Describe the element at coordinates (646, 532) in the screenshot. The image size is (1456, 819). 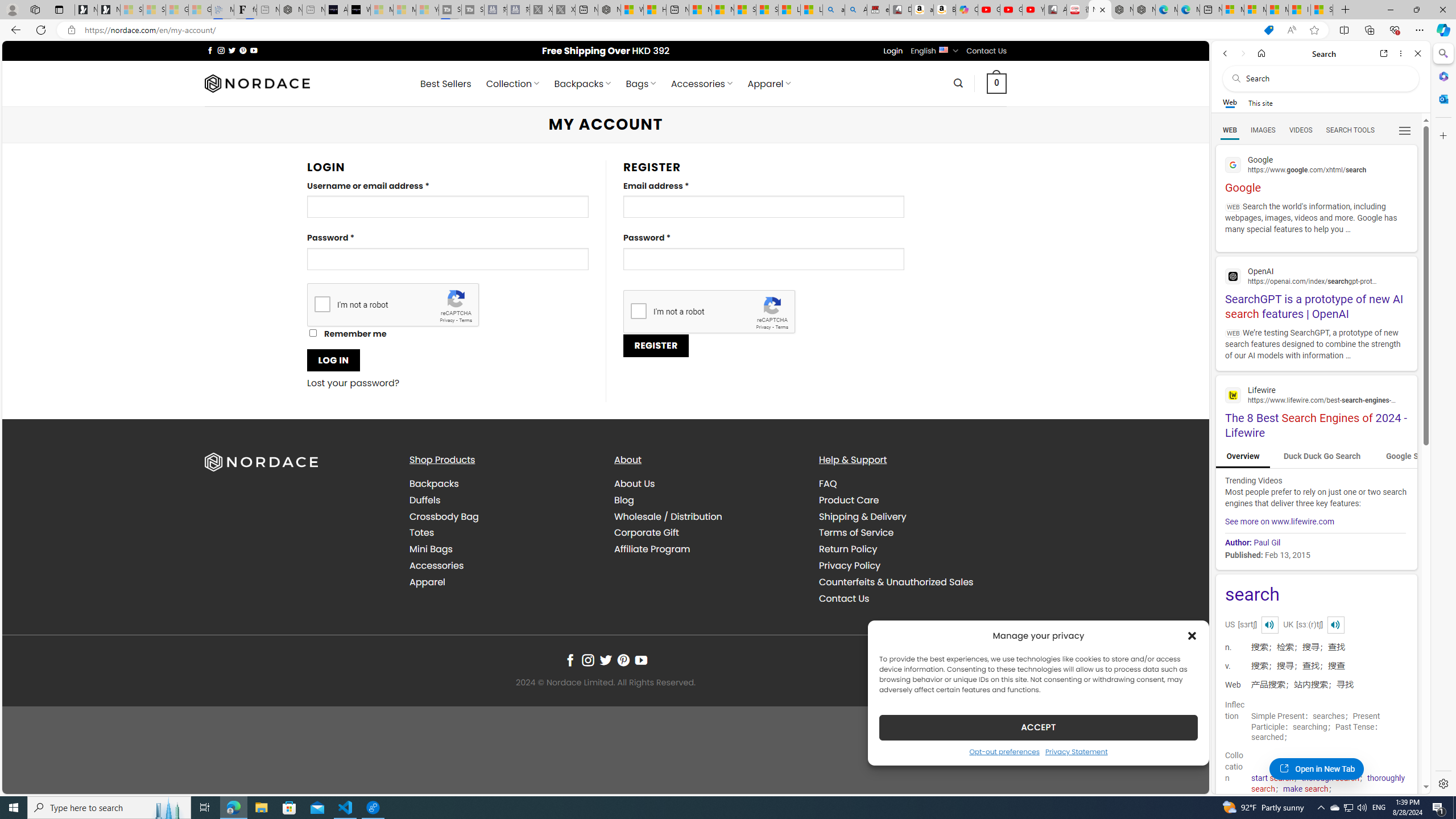
I see `'Corporate Gift'` at that location.